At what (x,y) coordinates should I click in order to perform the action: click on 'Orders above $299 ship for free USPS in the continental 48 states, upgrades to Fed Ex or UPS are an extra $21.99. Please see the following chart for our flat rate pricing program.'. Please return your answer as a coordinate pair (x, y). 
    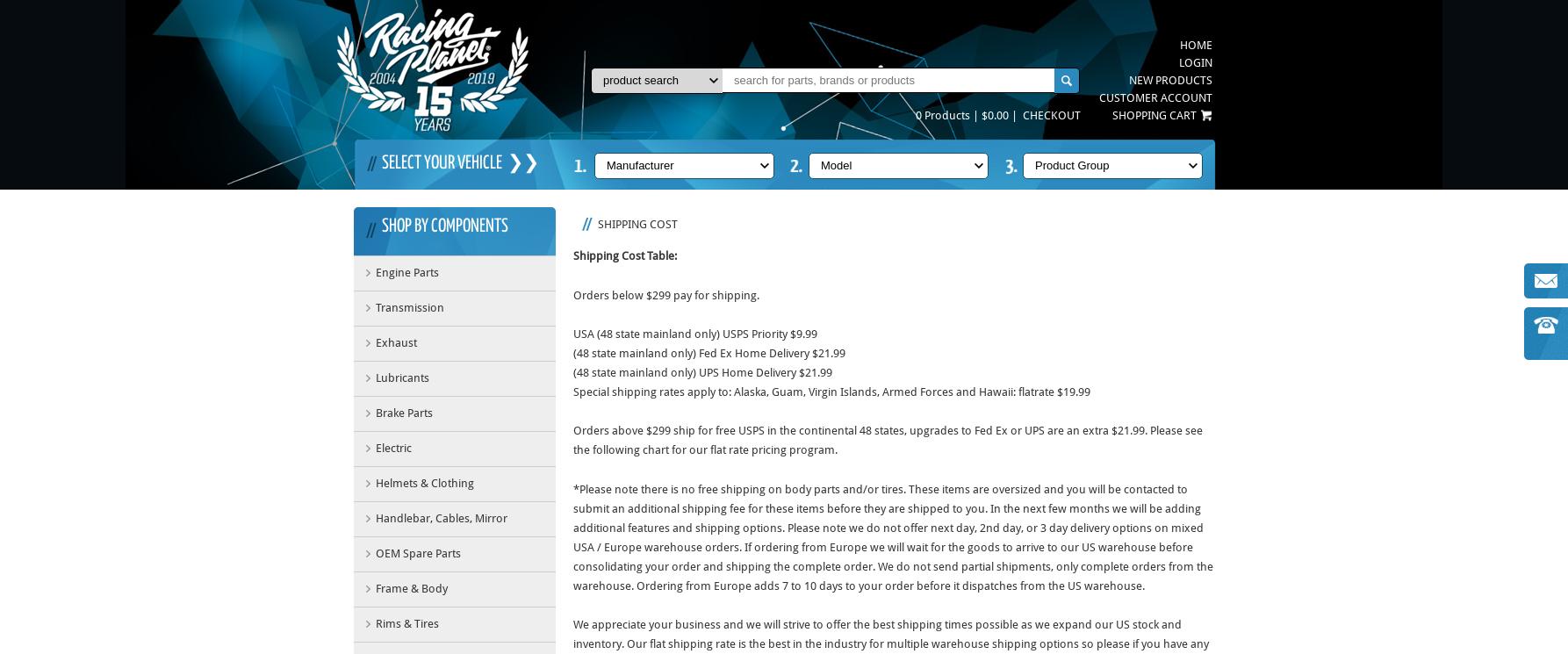
    Looking at the image, I should click on (888, 440).